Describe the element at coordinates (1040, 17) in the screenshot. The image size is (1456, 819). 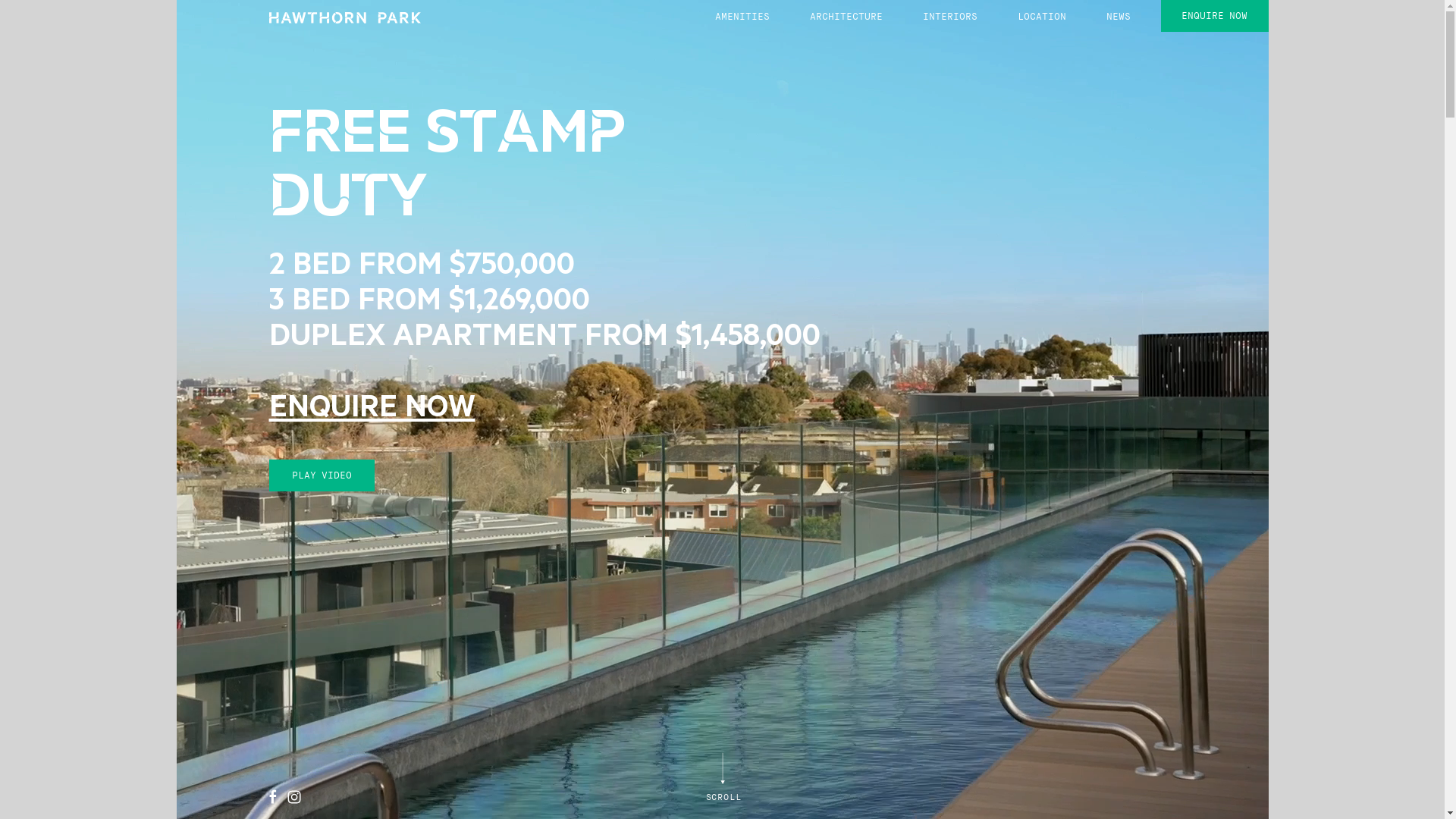
I see `'LOCATION'` at that location.